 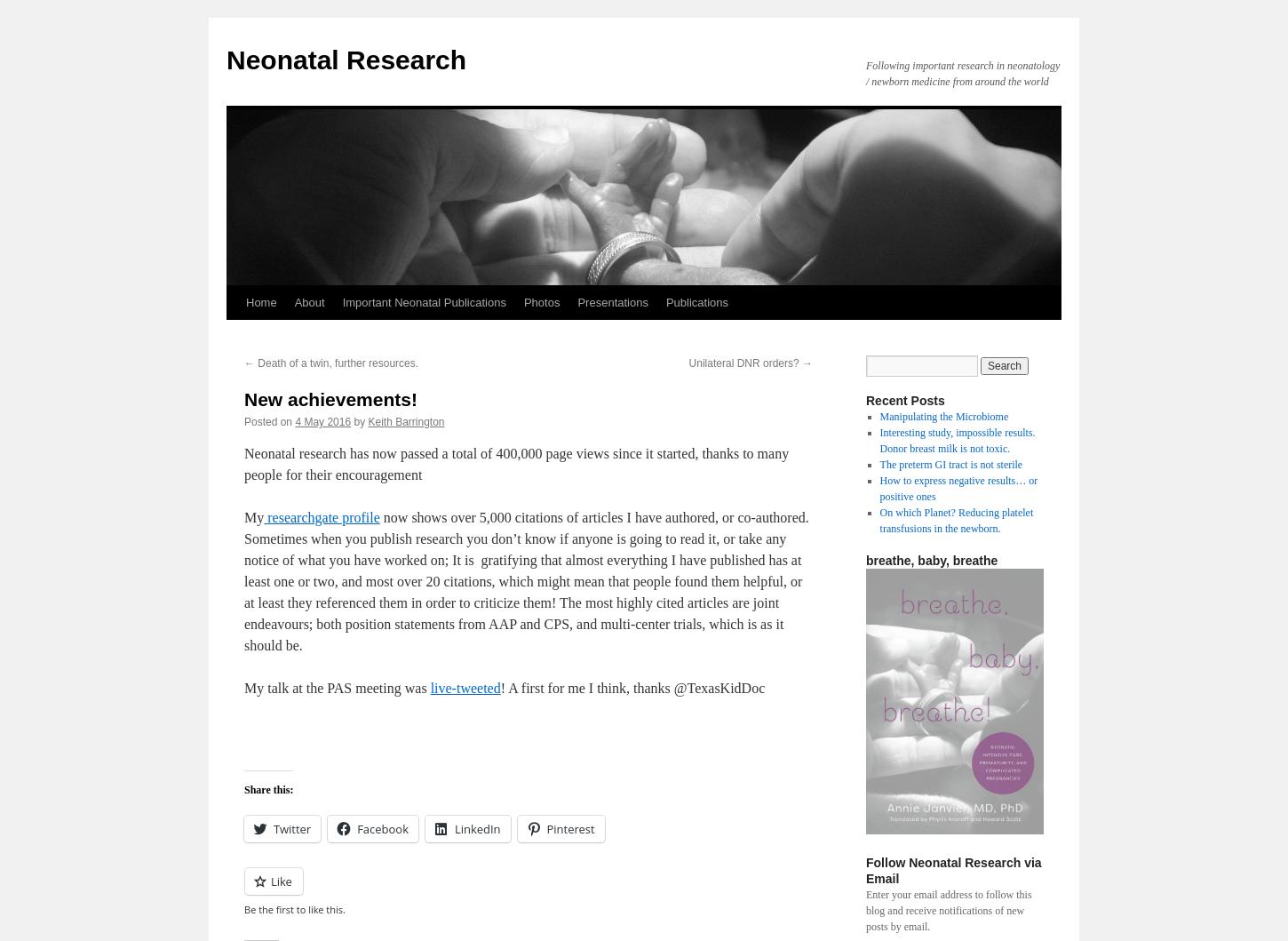 I want to click on 'Pinterest', so click(x=545, y=828).